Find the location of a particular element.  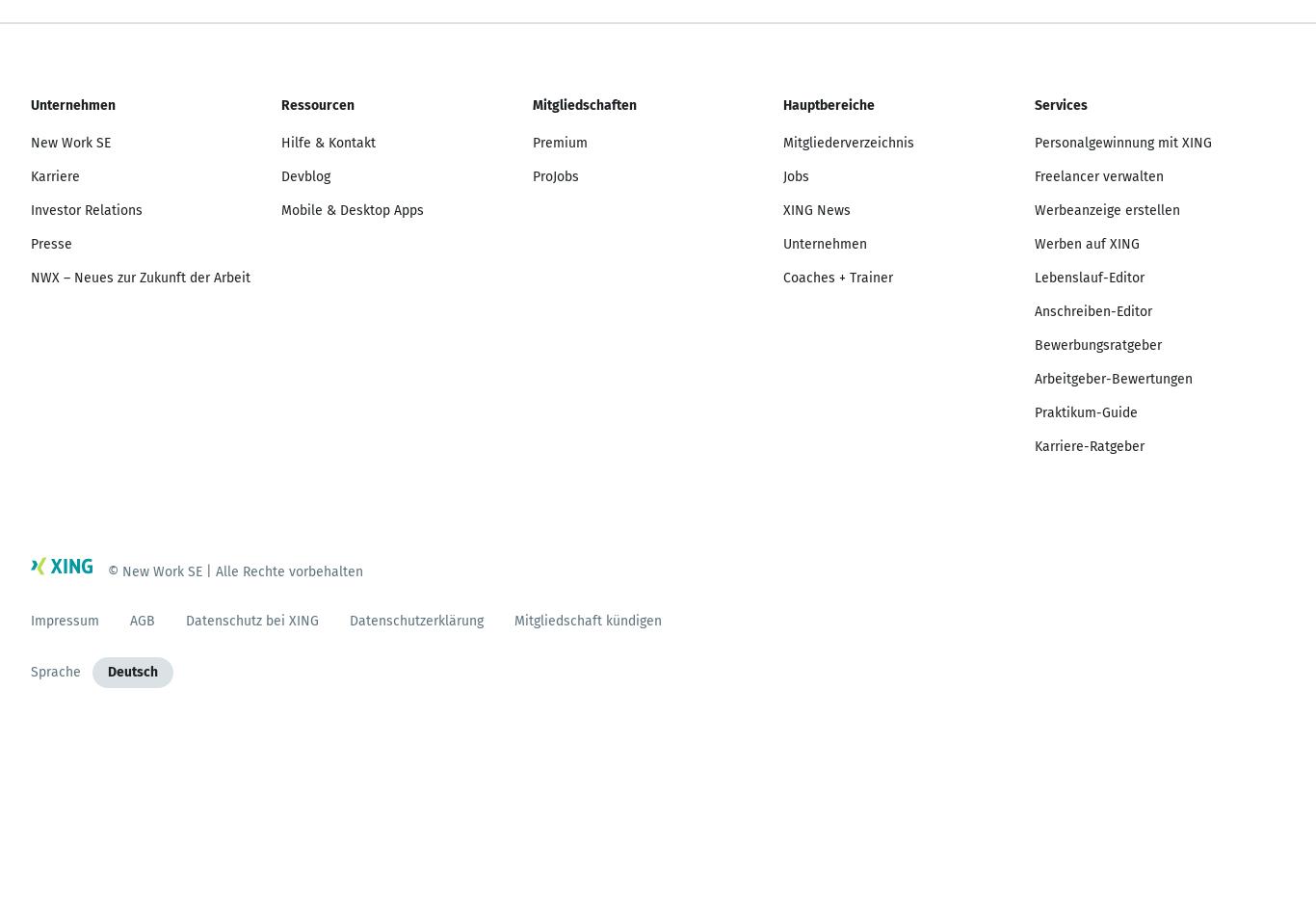

'Hilfe & Kontakt' is located at coordinates (328, 142).